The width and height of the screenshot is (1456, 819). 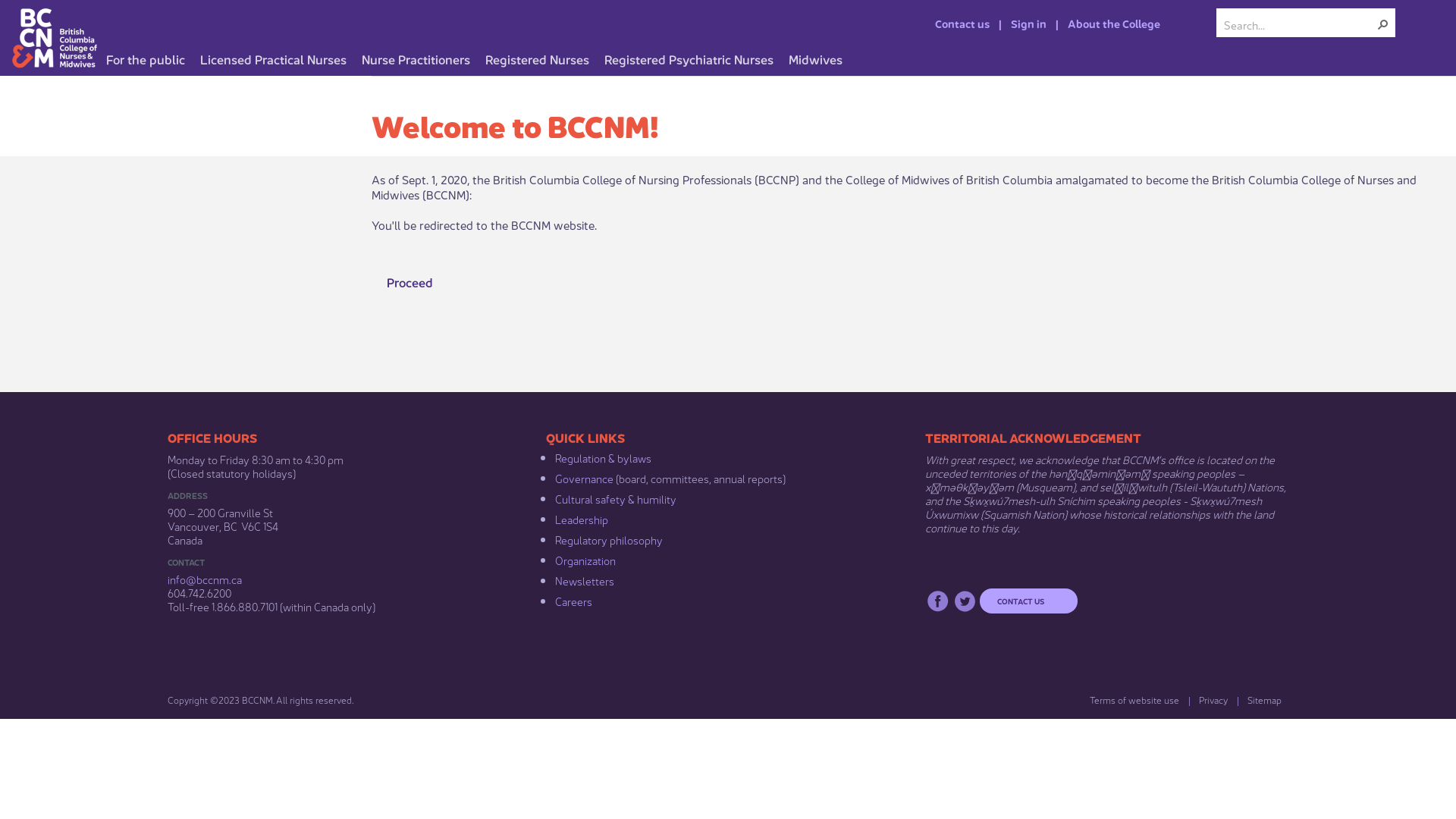 What do you see at coordinates (602, 456) in the screenshot?
I see `'Regulation & bylaws'` at bounding box center [602, 456].